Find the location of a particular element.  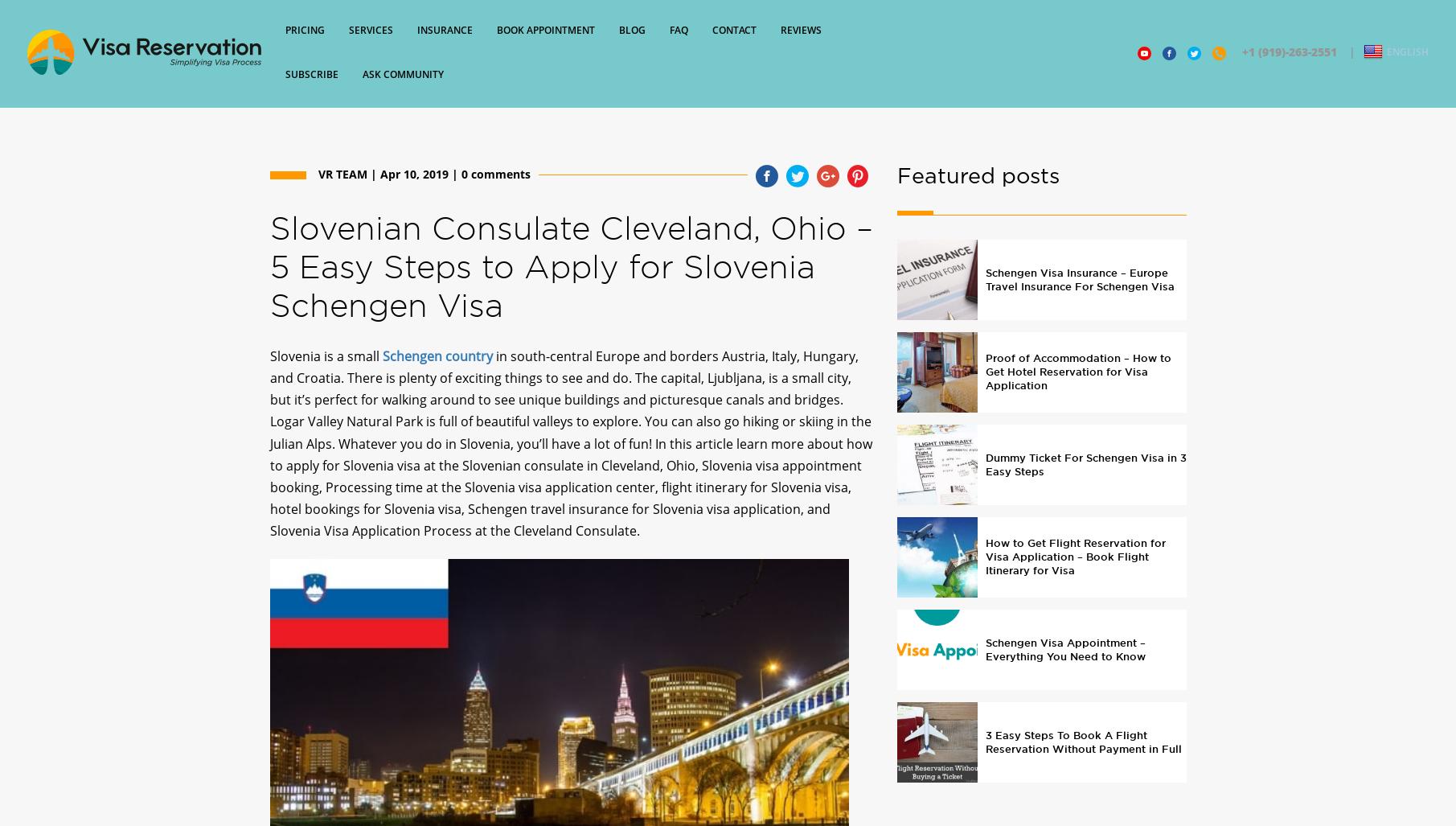

'Schengen Visa Appointment – Everything You Need to Know' is located at coordinates (1064, 662).